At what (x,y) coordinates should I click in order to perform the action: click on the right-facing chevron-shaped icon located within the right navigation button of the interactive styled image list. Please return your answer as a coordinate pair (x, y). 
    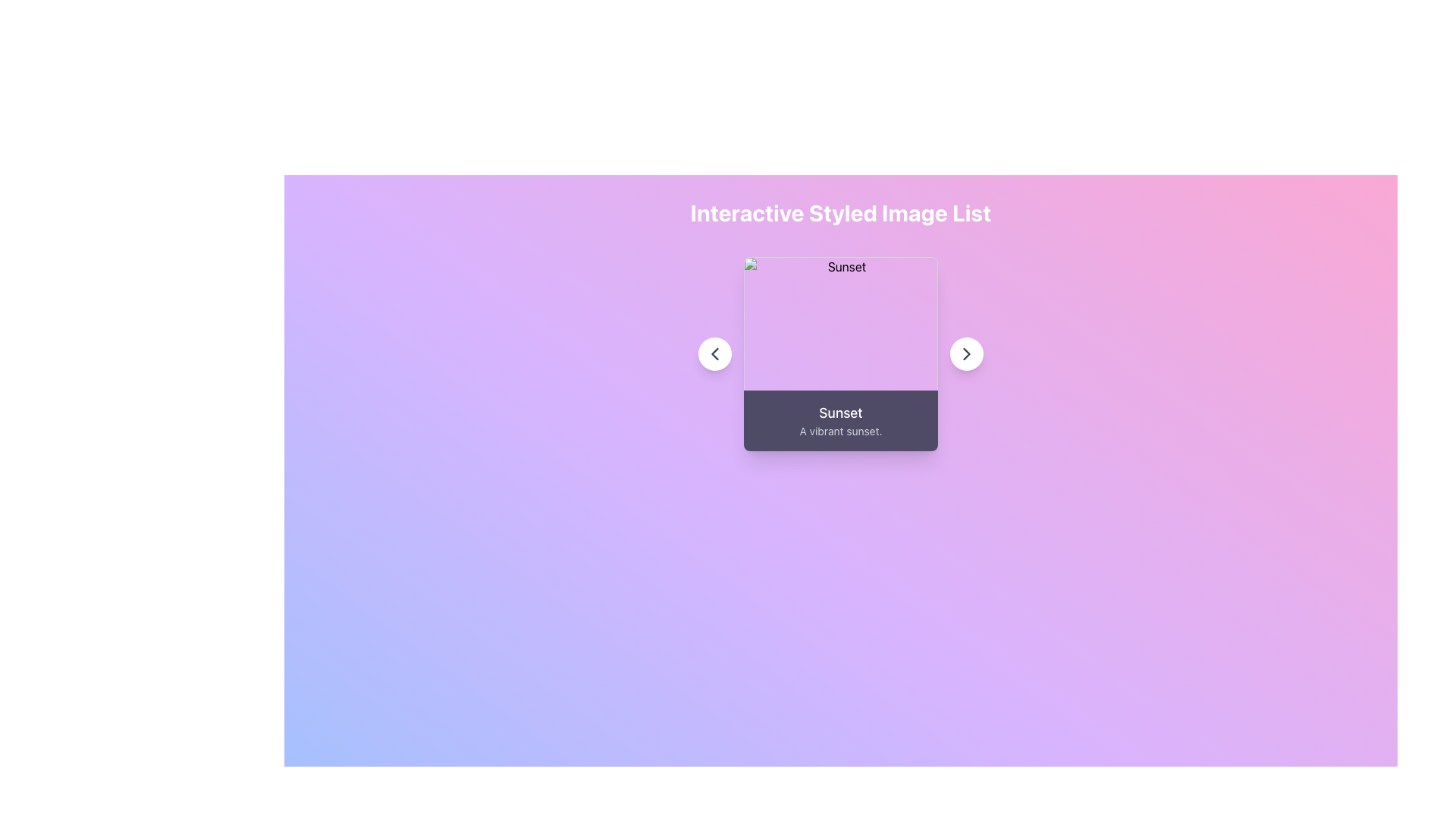
    Looking at the image, I should click on (966, 353).